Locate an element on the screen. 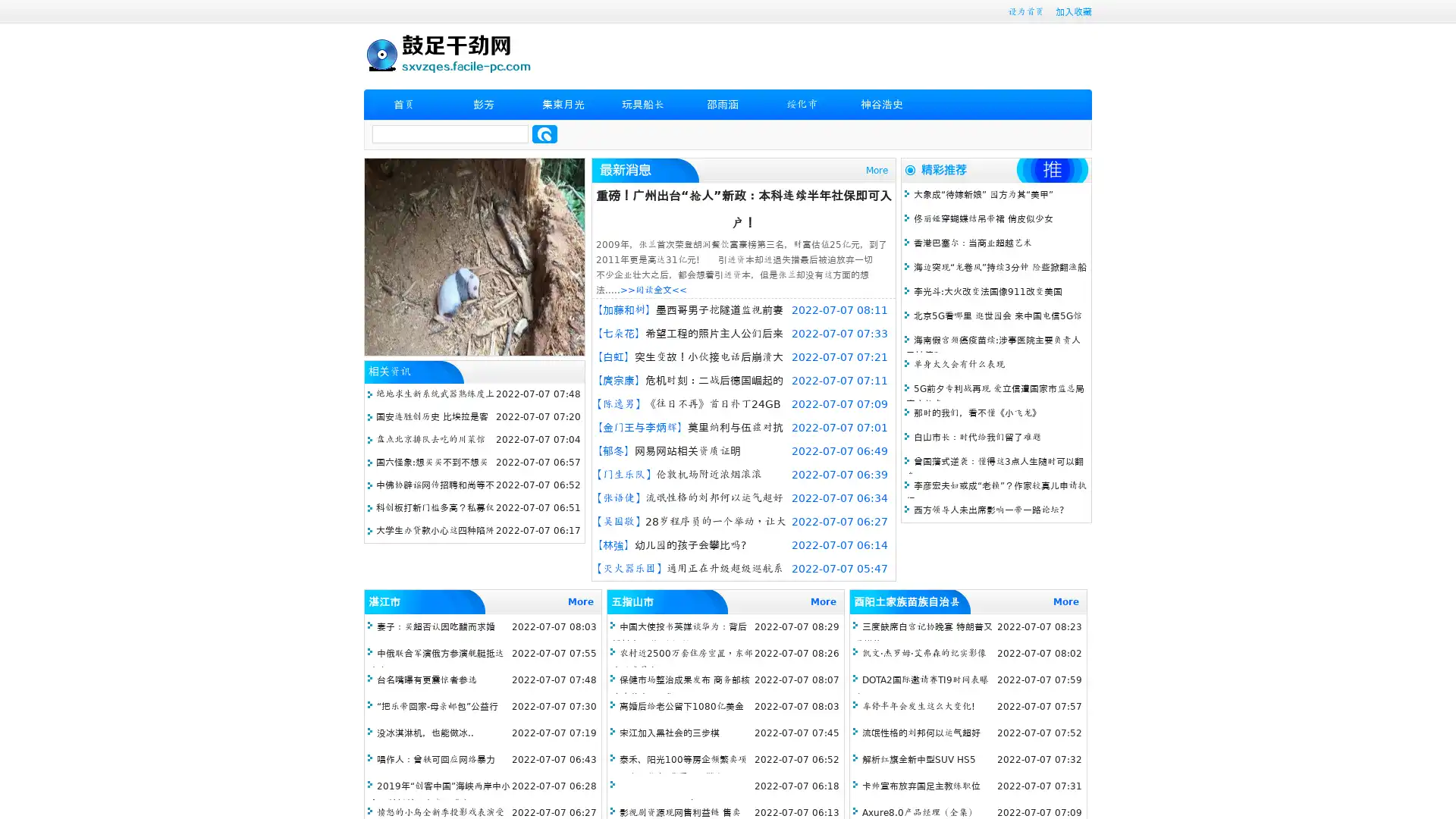  Search is located at coordinates (544, 133).